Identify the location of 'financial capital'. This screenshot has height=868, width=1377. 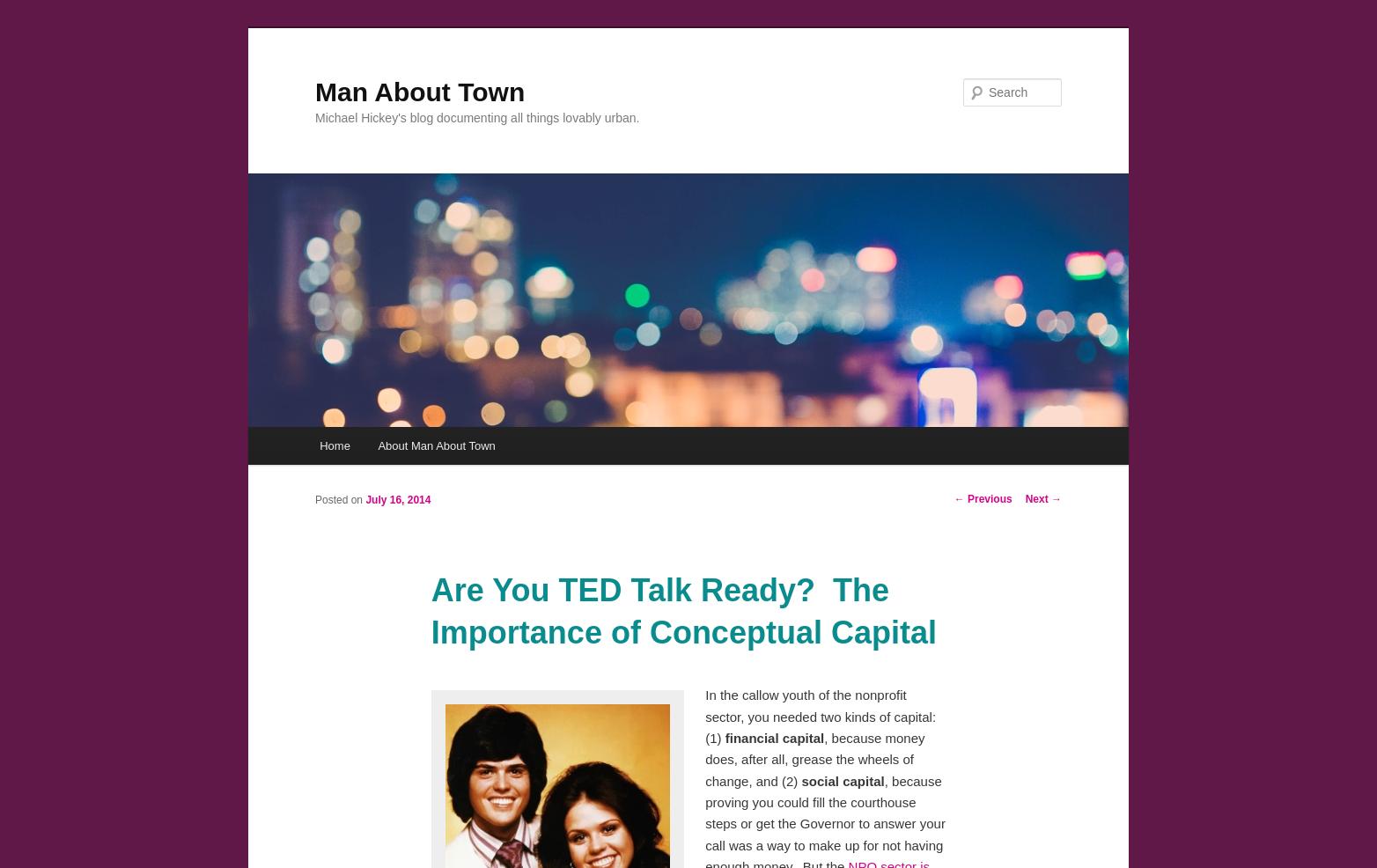
(774, 736).